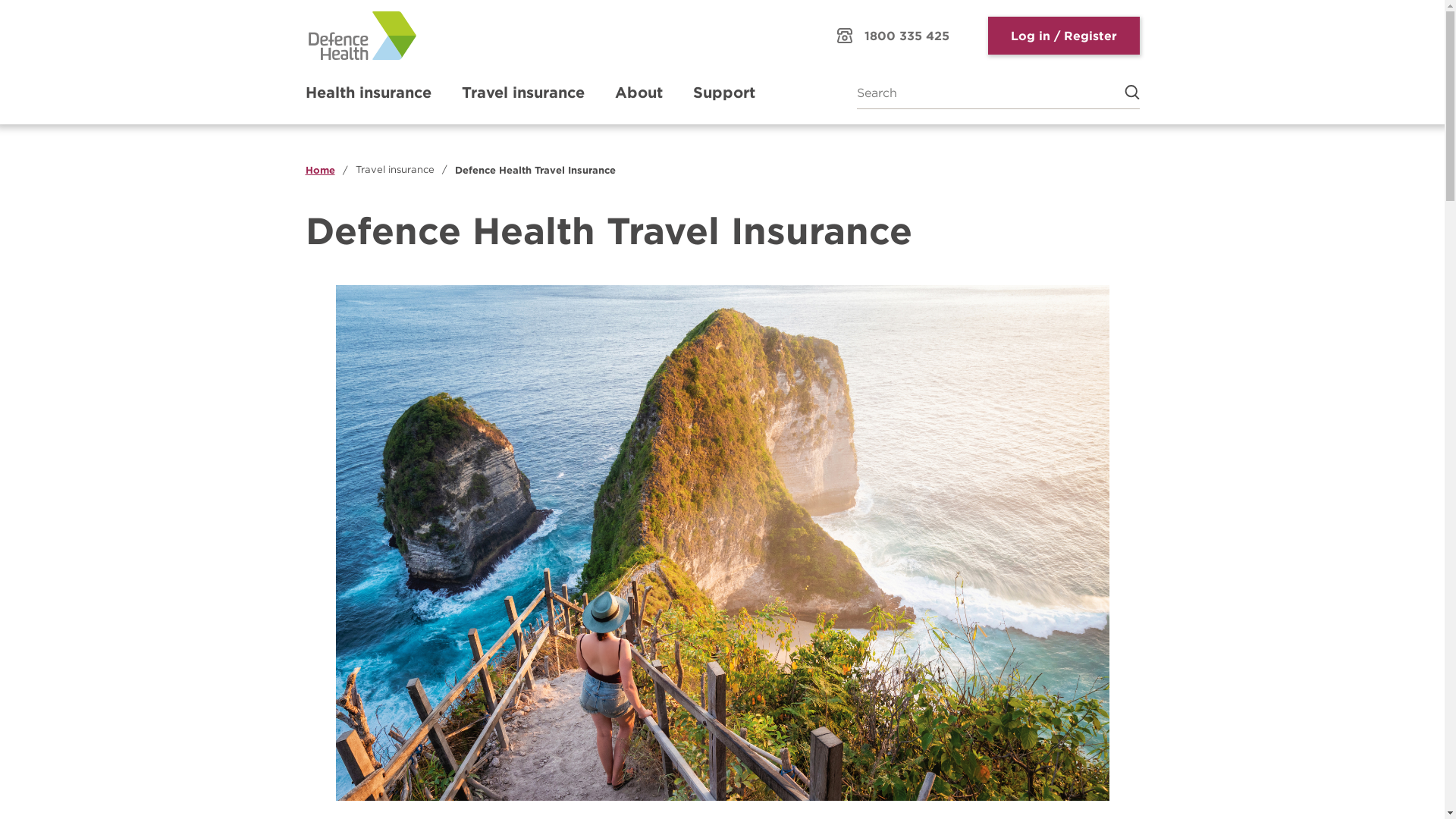  What do you see at coordinates (367, 93) in the screenshot?
I see `'Health insurance'` at bounding box center [367, 93].